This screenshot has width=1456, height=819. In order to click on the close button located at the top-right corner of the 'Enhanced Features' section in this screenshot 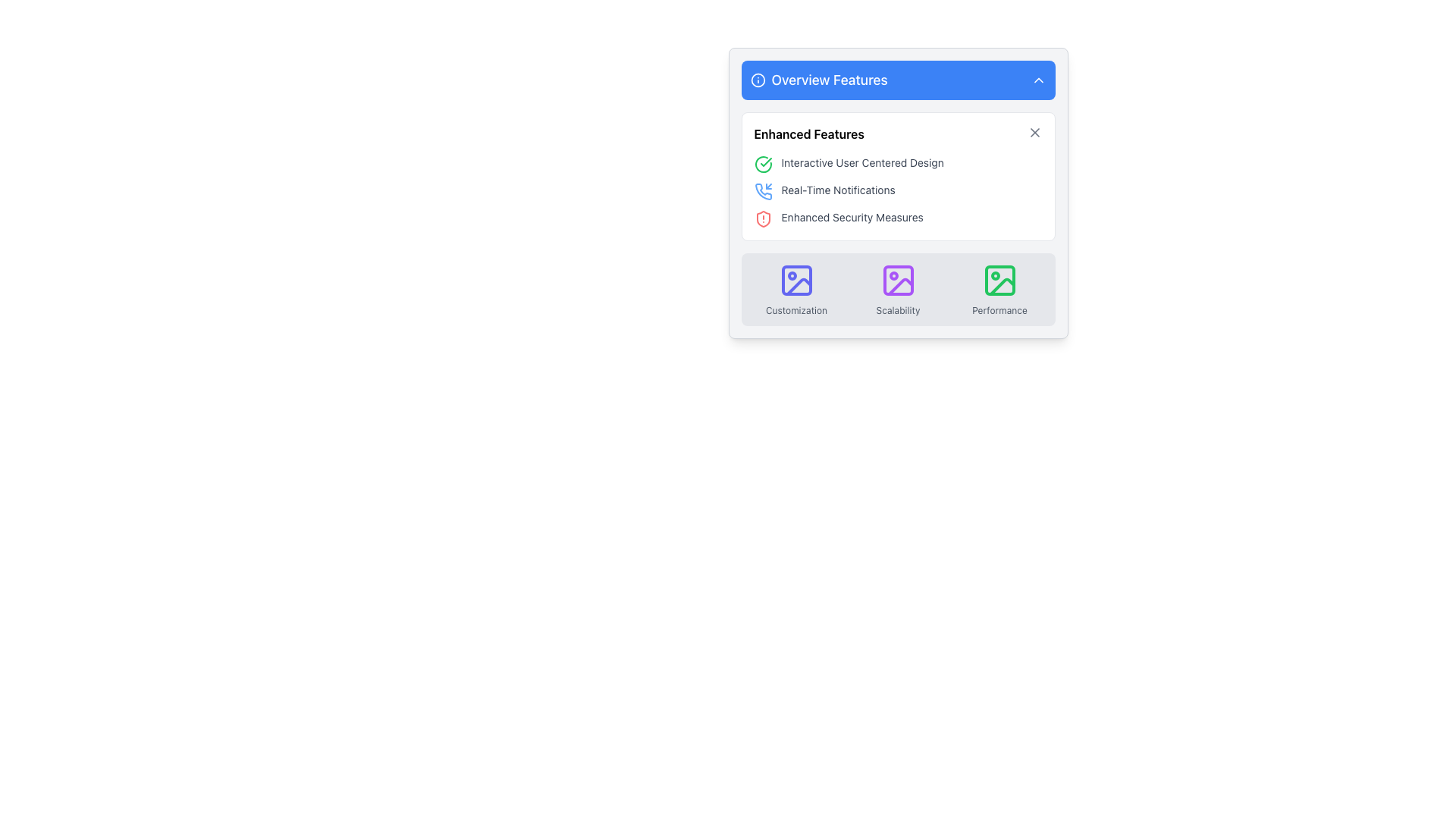, I will do `click(1034, 131)`.